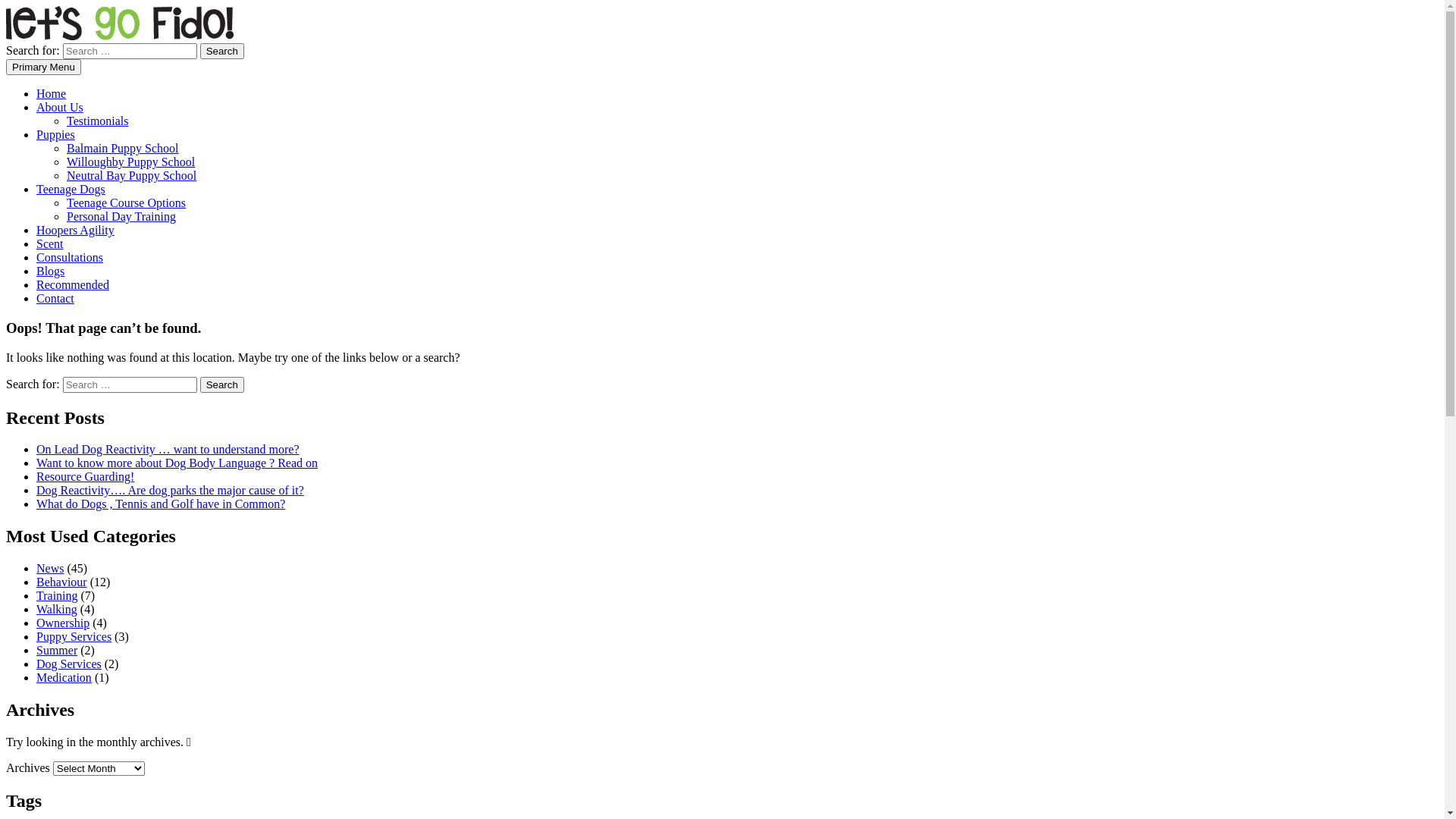 This screenshot has height=819, width=1456. What do you see at coordinates (74, 230) in the screenshot?
I see `'Hoopers Agility'` at bounding box center [74, 230].